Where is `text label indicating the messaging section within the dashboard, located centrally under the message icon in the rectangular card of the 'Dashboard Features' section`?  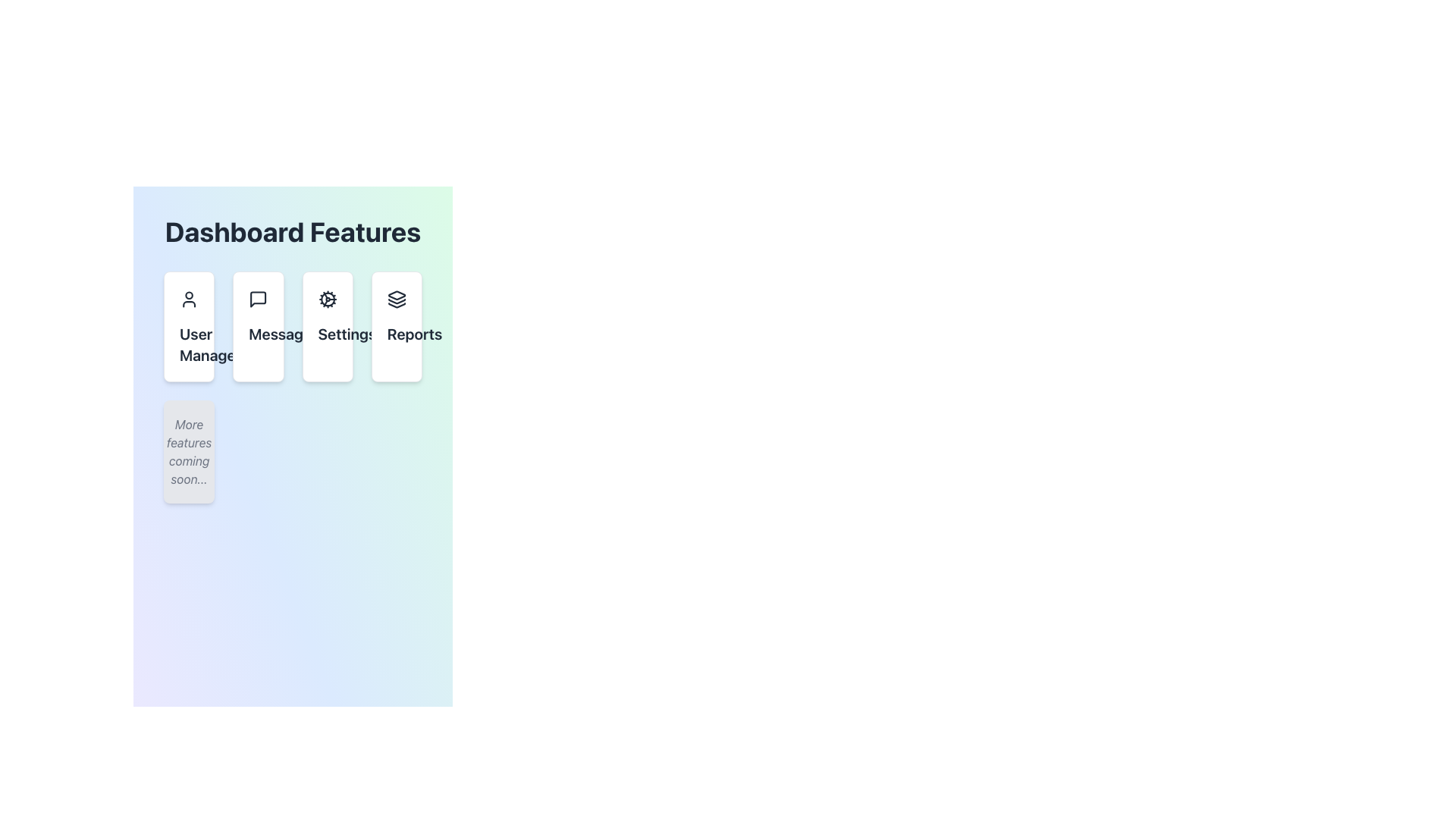 text label indicating the messaging section within the dashboard, located centrally under the message icon in the rectangular card of the 'Dashboard Features' section is located at coordinates (258, 333).